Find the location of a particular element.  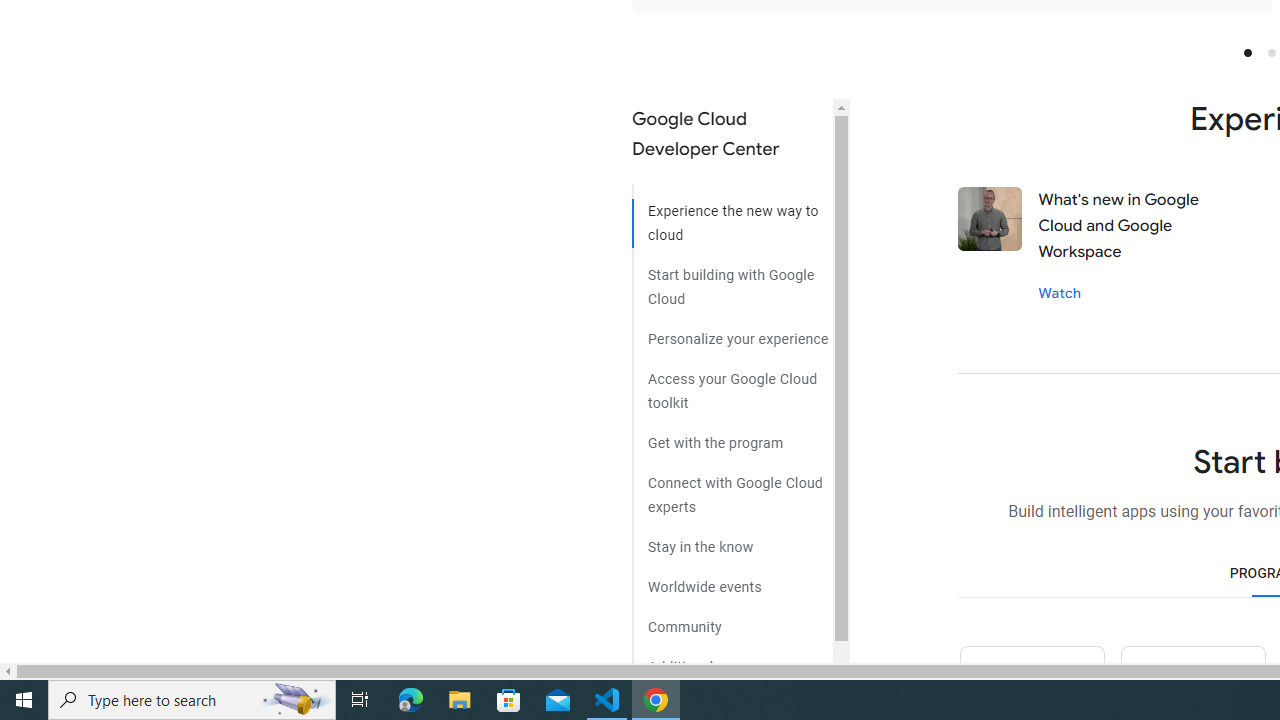

'Slide 1' is located at coordinates (1246, 51).